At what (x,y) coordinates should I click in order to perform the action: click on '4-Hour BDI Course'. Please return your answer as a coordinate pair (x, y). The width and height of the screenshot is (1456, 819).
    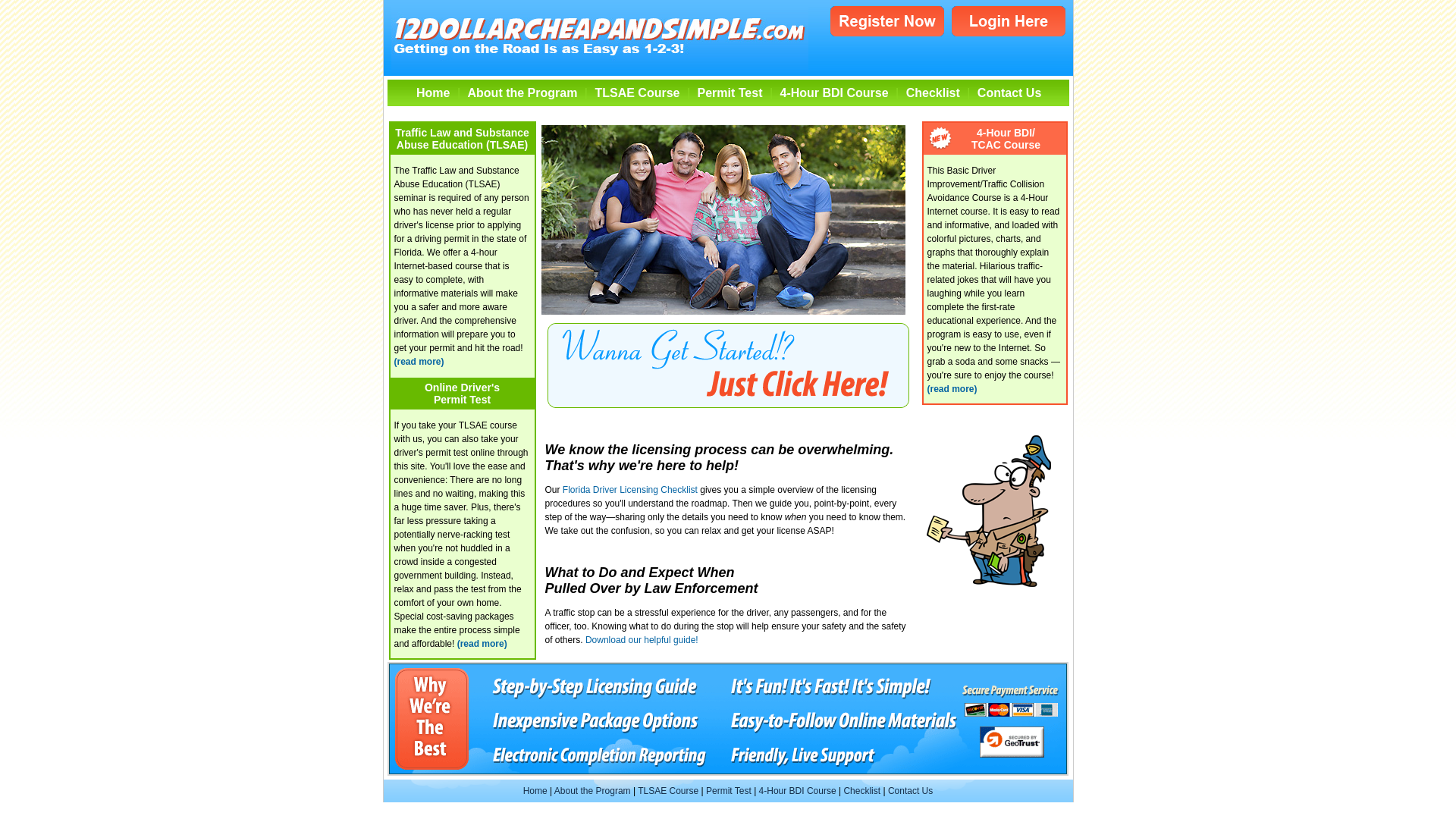
    Looking at the image, I should click on (796, 789).